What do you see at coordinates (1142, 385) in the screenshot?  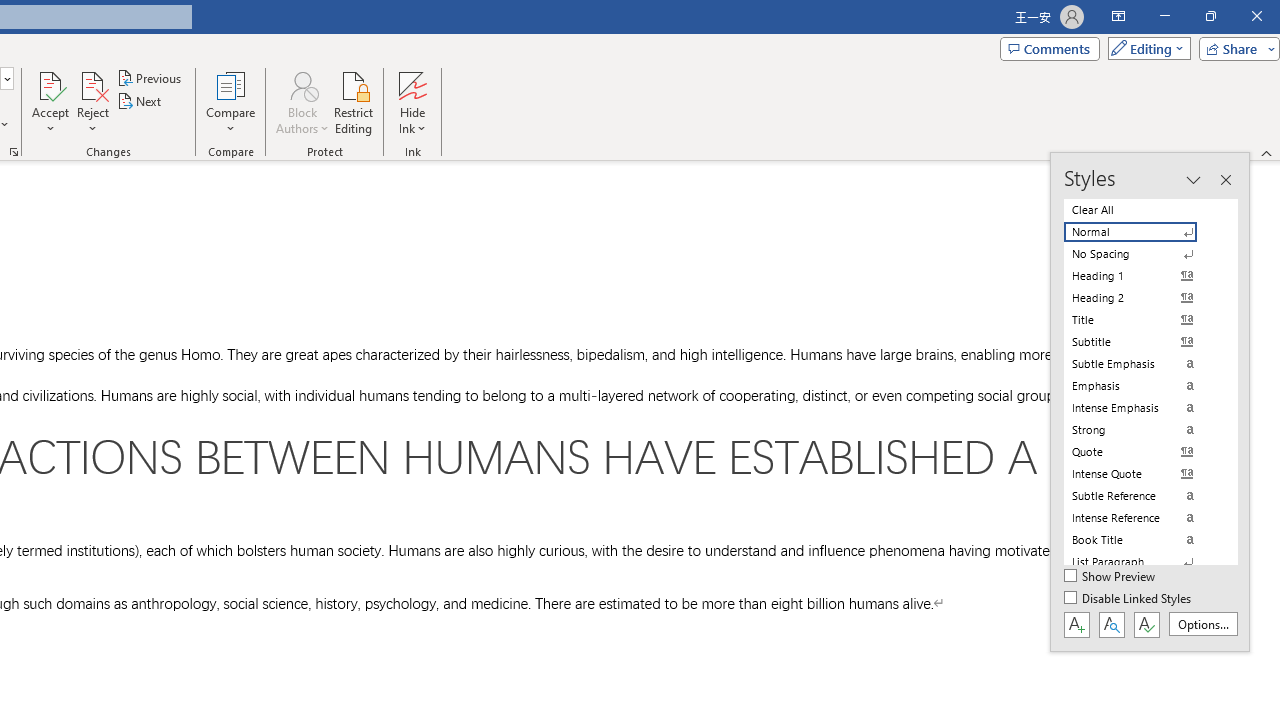 I see `'Emphasis'` at bounding box center [1142, 385].